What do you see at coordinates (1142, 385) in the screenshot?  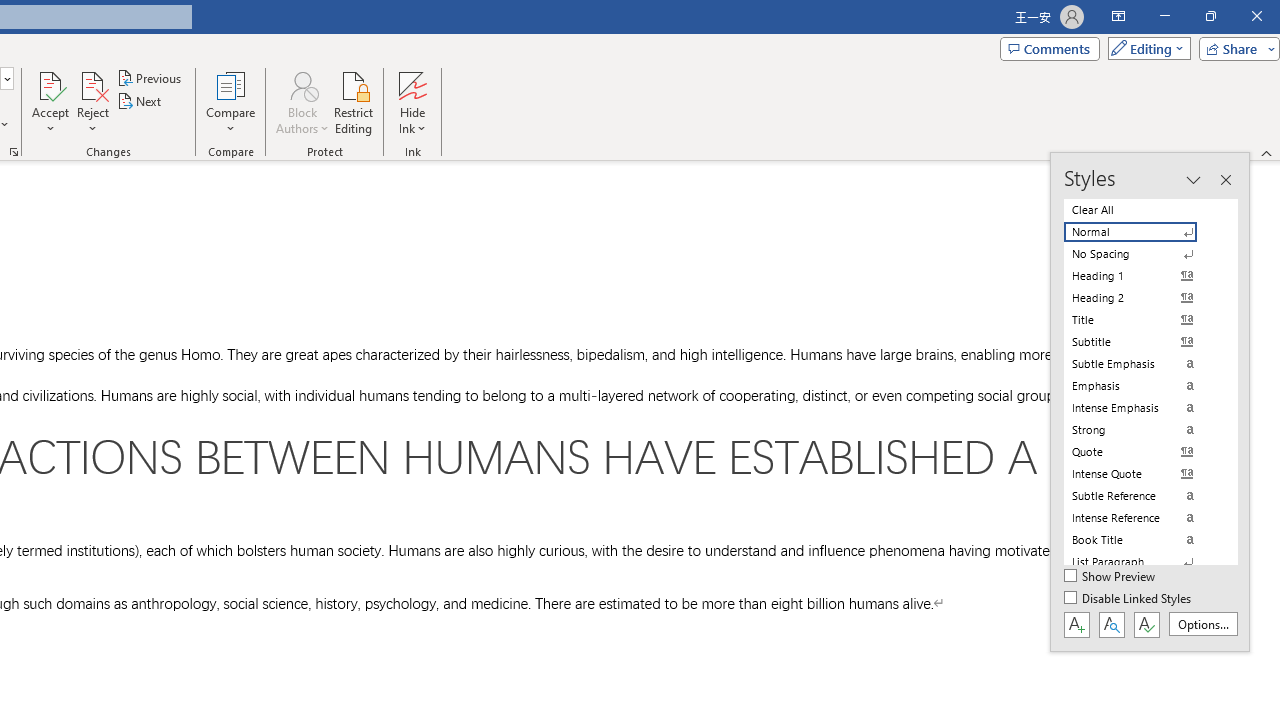 I see `'Emphasis'` at bounding box center [1142, 385].